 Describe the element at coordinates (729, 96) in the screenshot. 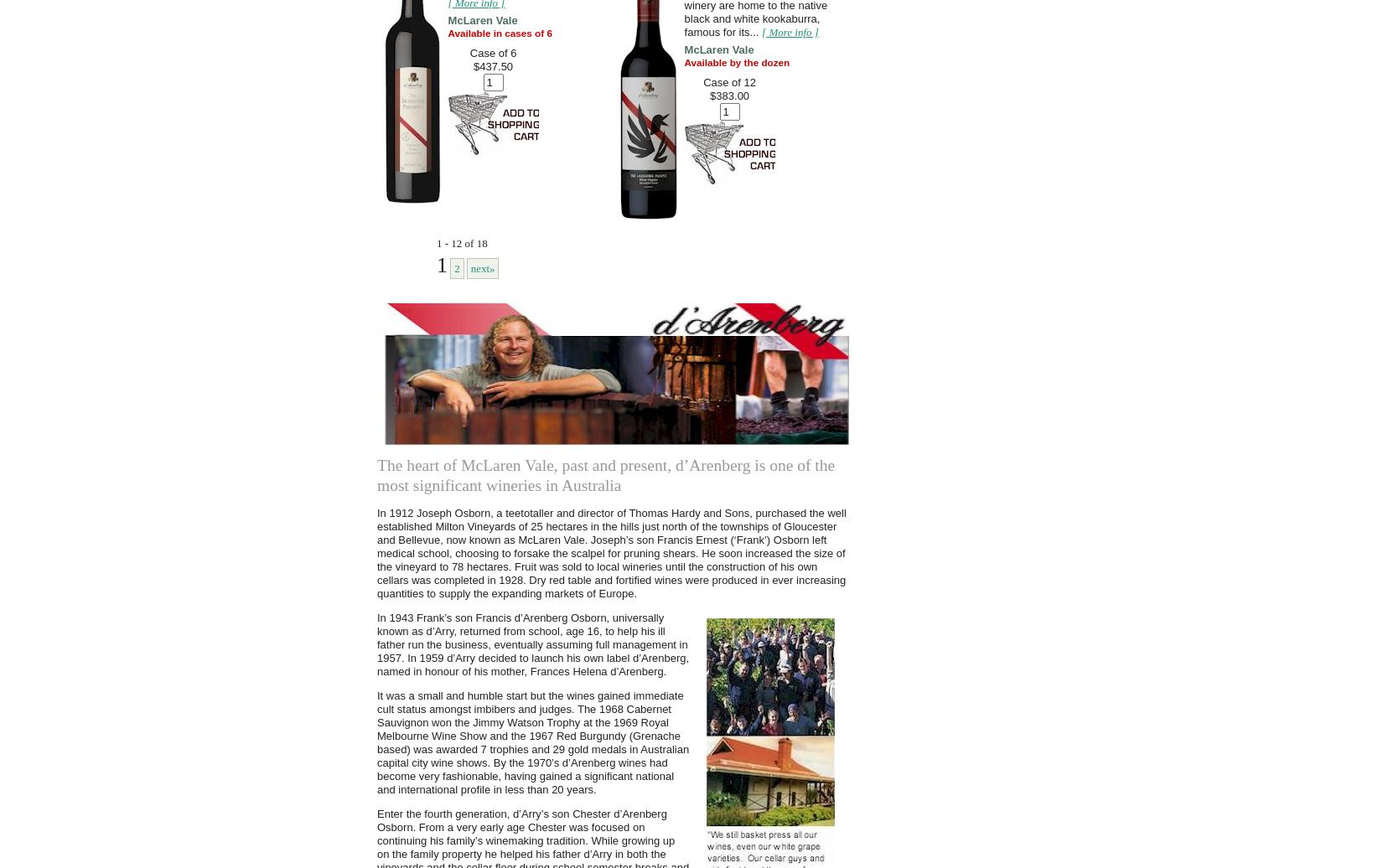

I see `'$383.00'` at that location.